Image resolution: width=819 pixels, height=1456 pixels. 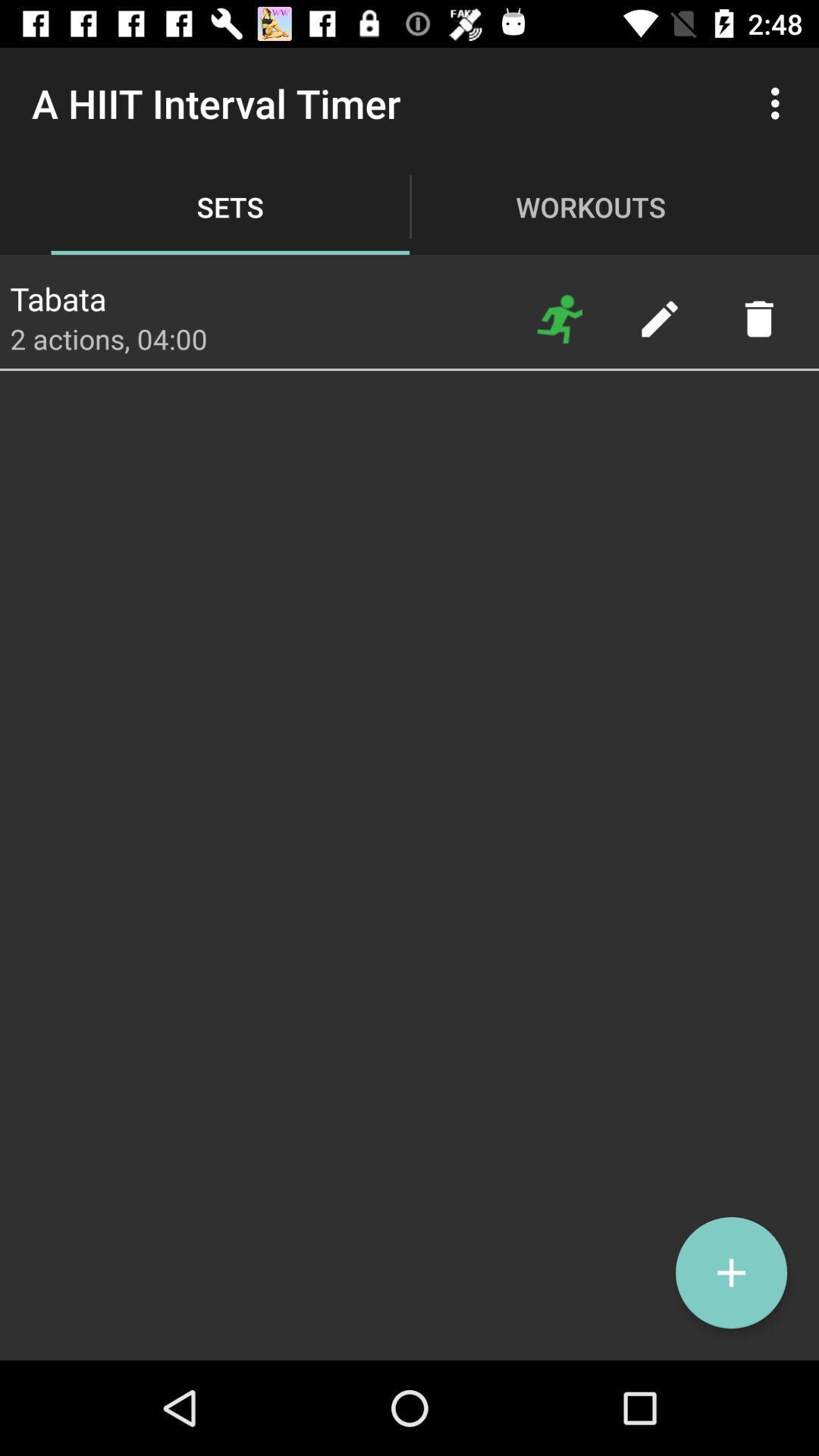 What do you see at coordinates (730, 1272) in the screenshot?
I see `the add icon` at bounding box center [730, 1272].